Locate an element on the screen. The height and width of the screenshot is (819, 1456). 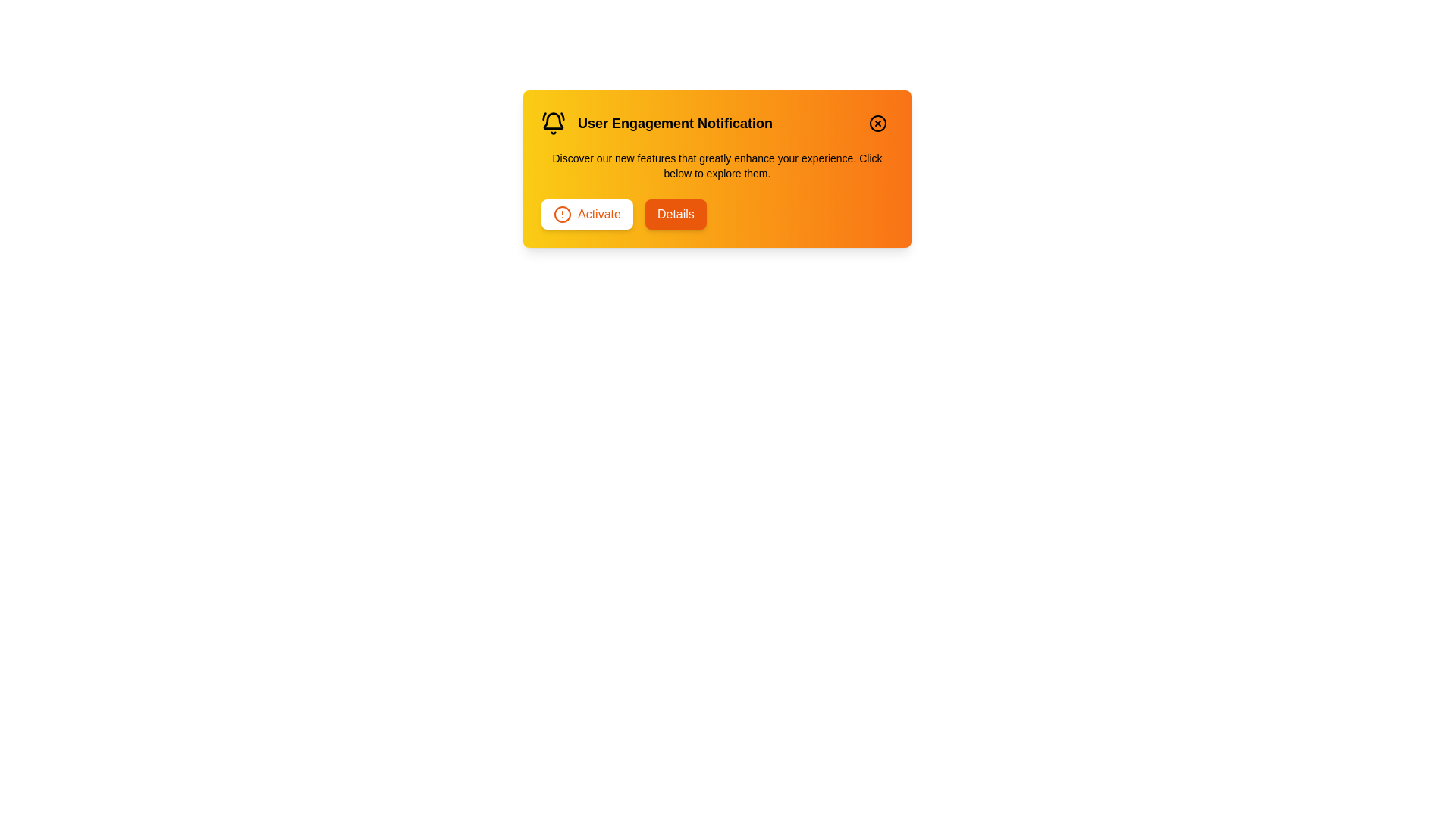
the close button to close the notification panel is located at coordinates (877, 122).